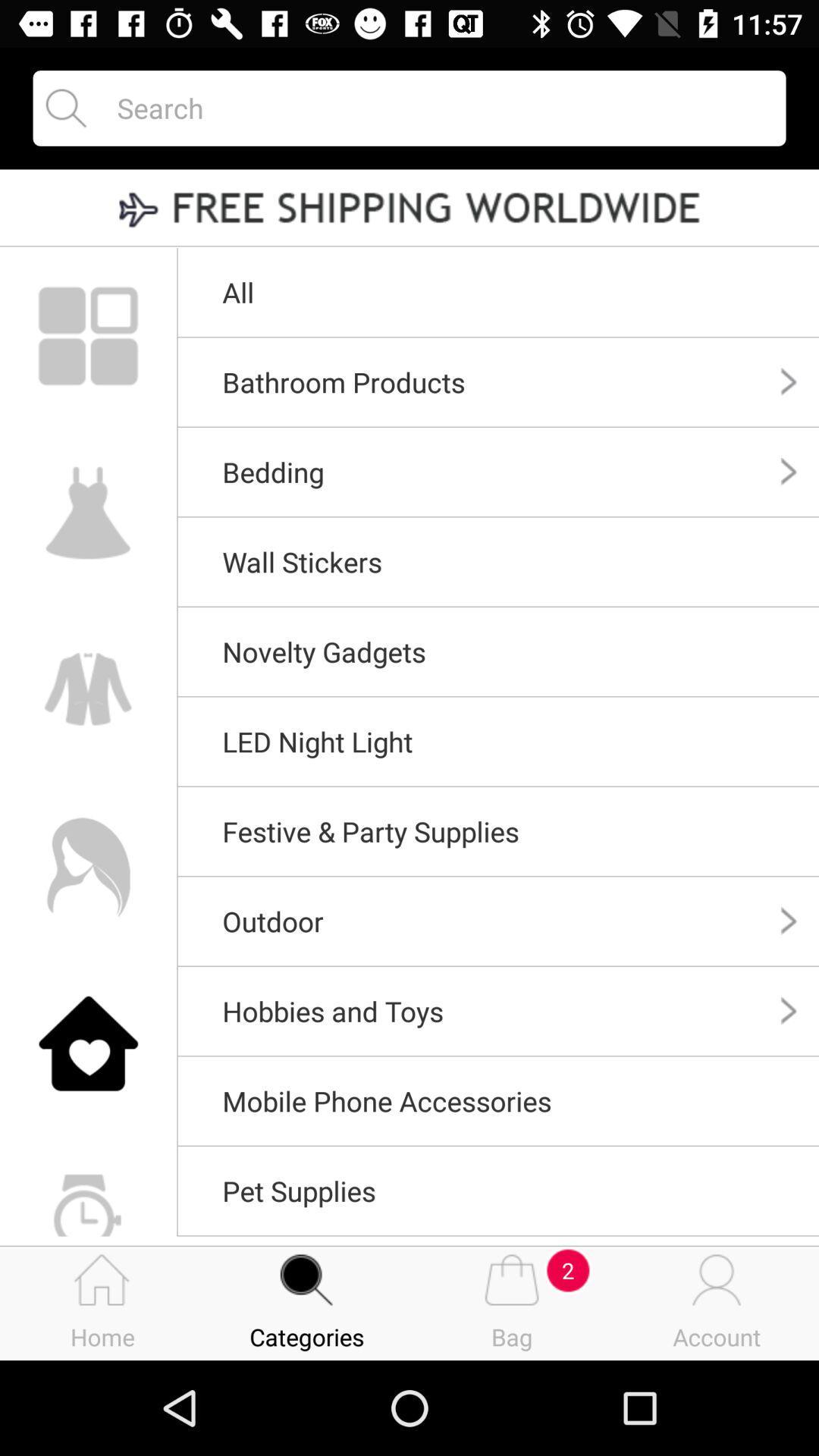  Describe the element at coordinates (438, 107) in the screenshot. I see `to go search` at that location.